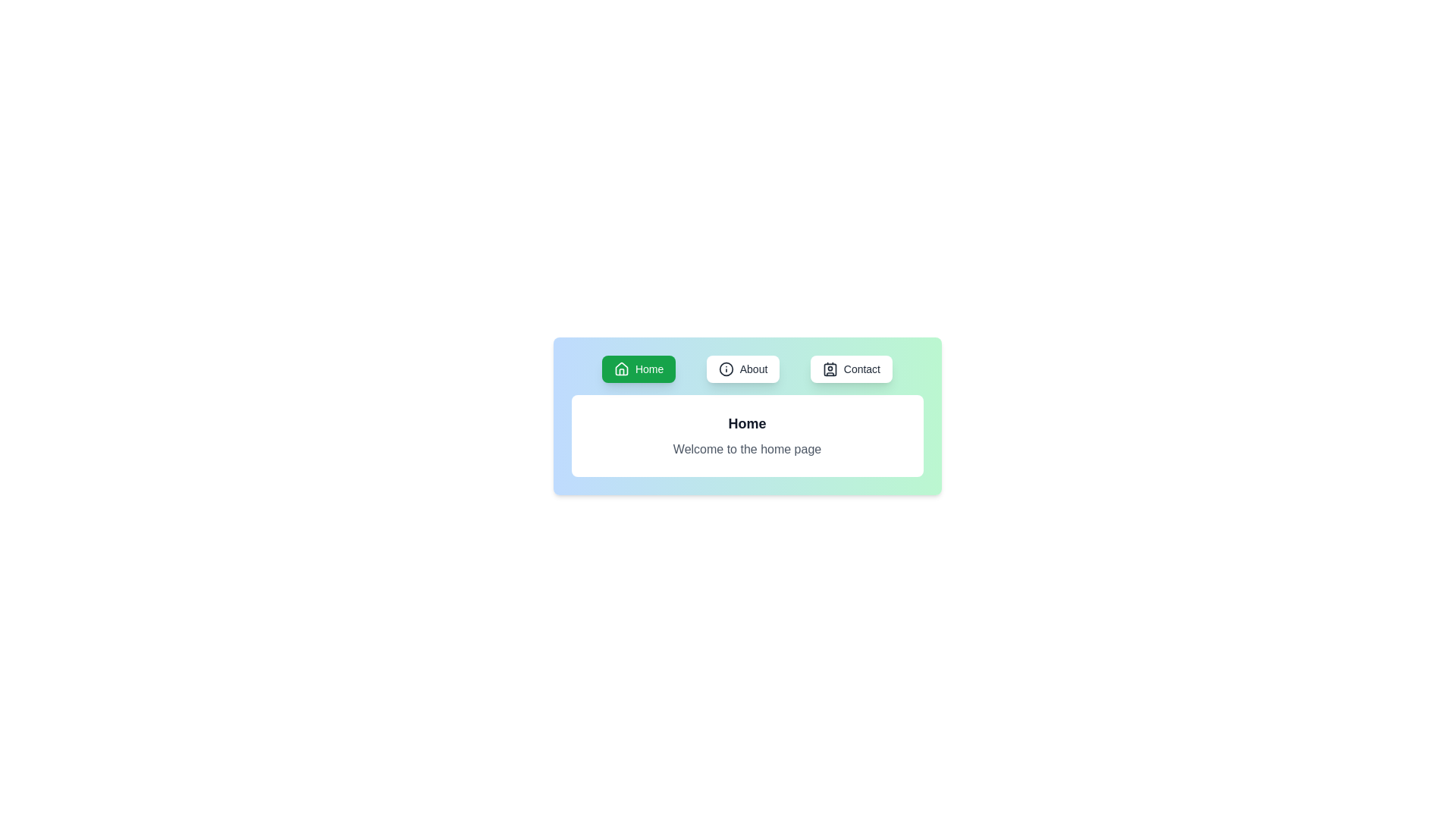  What do you see at coordinates (639, 369) in the screenshot?
I see `the button labeled Home to observe its visual styling change` at bounding box center [639, 369].